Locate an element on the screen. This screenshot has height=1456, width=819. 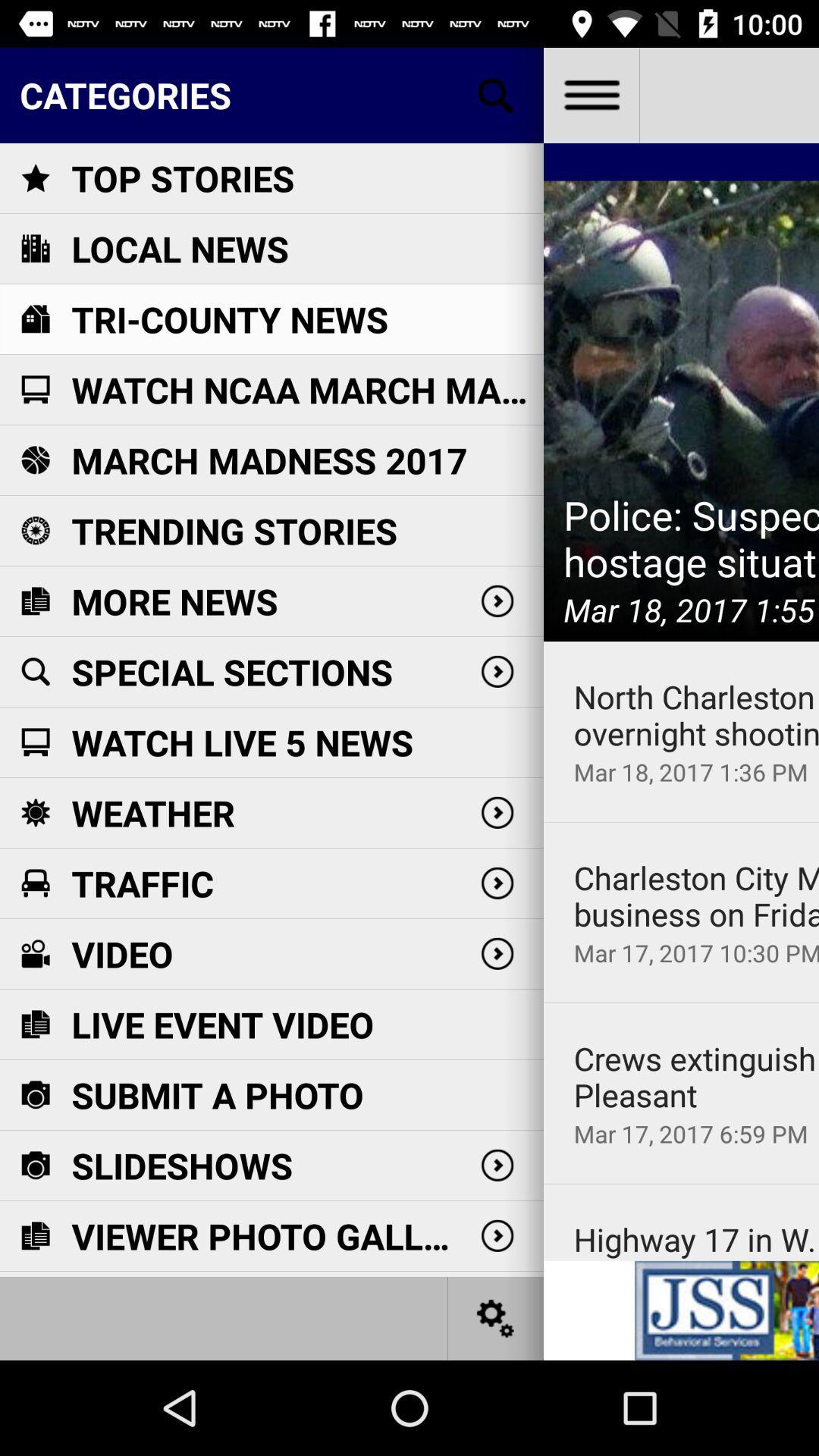
search initiation click is located at coordinates (496, 94).